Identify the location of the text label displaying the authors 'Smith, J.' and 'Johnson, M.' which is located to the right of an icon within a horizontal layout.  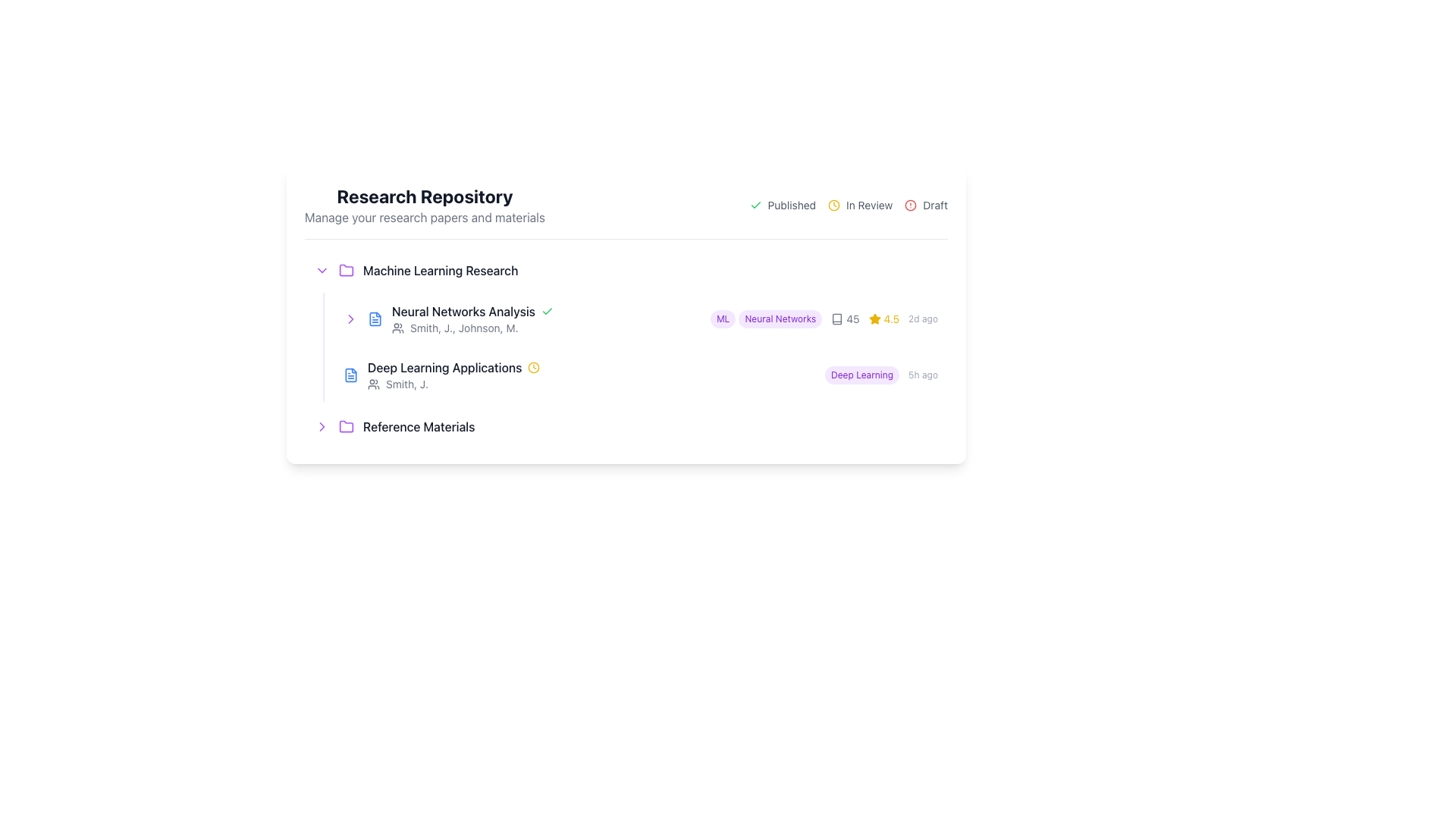
(463, 327).